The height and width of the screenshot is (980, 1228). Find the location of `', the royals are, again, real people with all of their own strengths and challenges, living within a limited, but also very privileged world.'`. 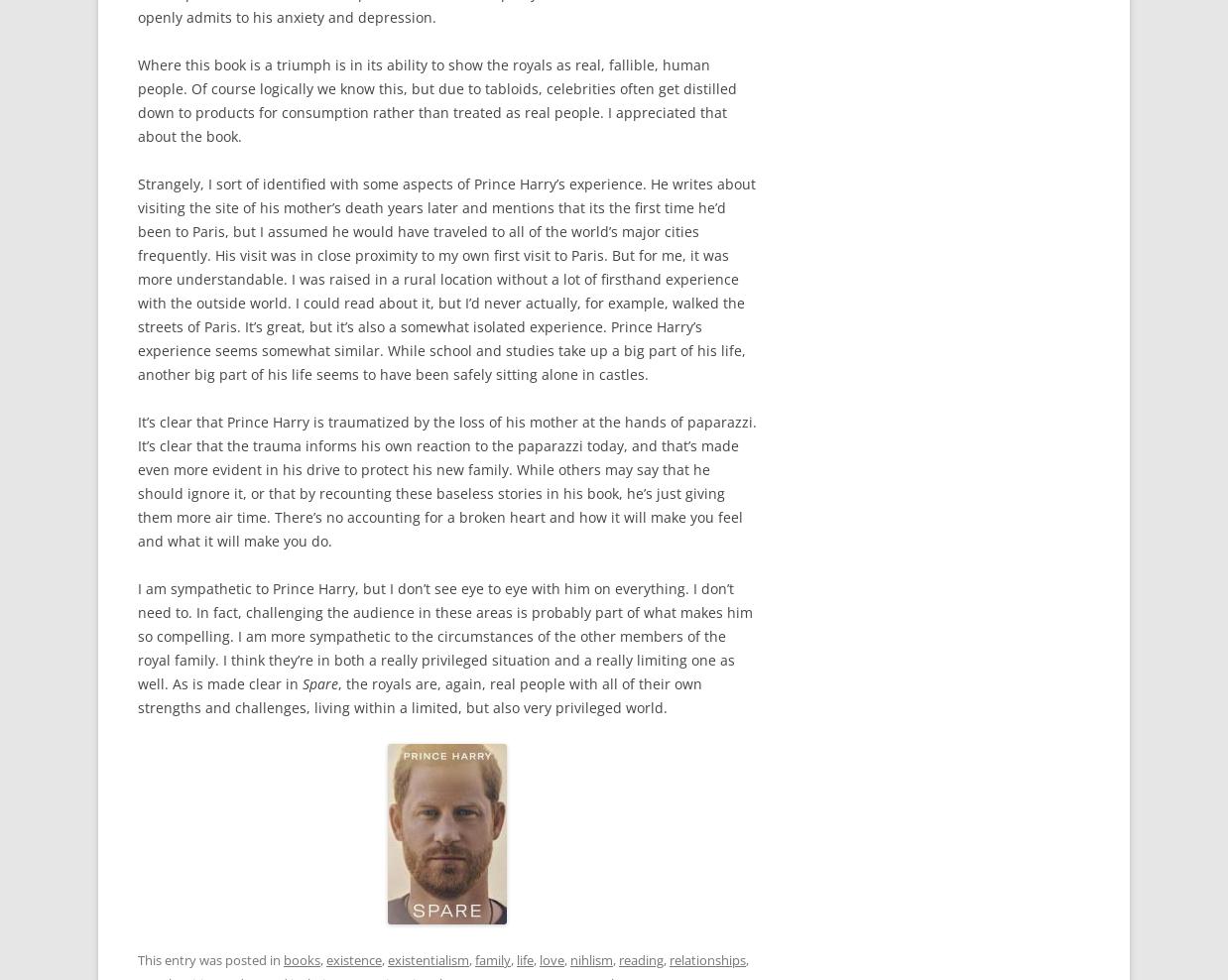

', the royals are, again, real people with all of their own strengths and challenges, living within a limited, but also very privileged world.' is located at coordinates (419, 695).